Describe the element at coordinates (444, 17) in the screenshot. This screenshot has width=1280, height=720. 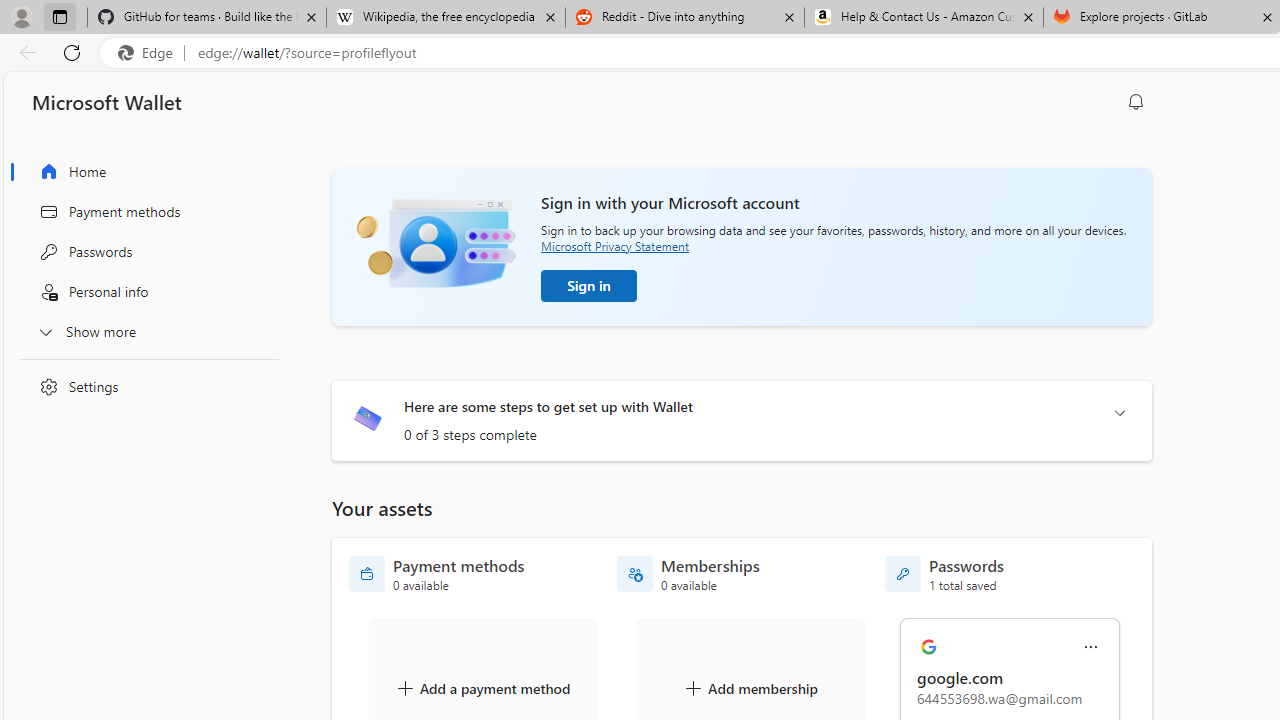
I see `'Wikipedia, the free encyclopedia'` at that location.